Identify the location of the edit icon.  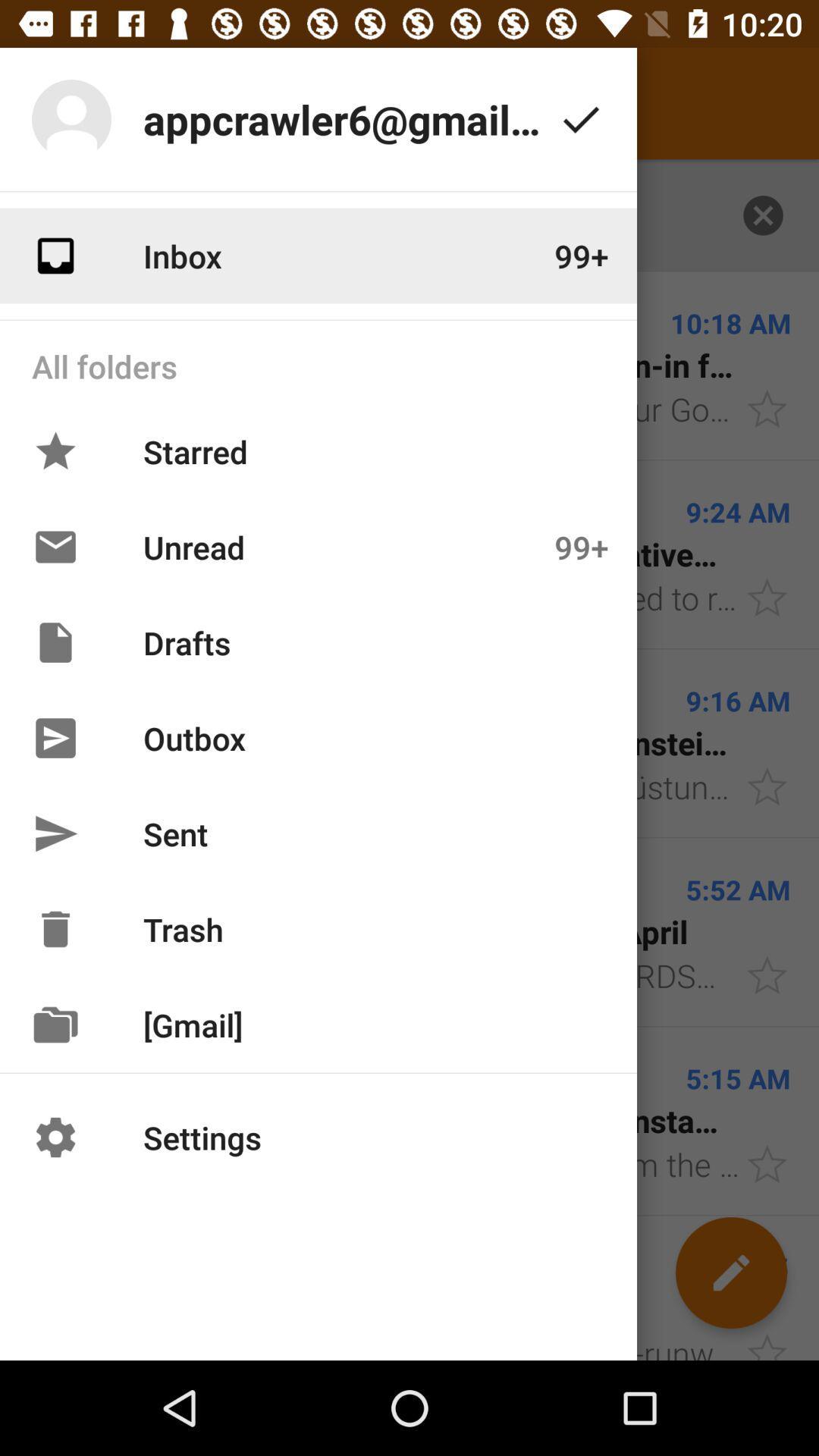
(730, 1272).